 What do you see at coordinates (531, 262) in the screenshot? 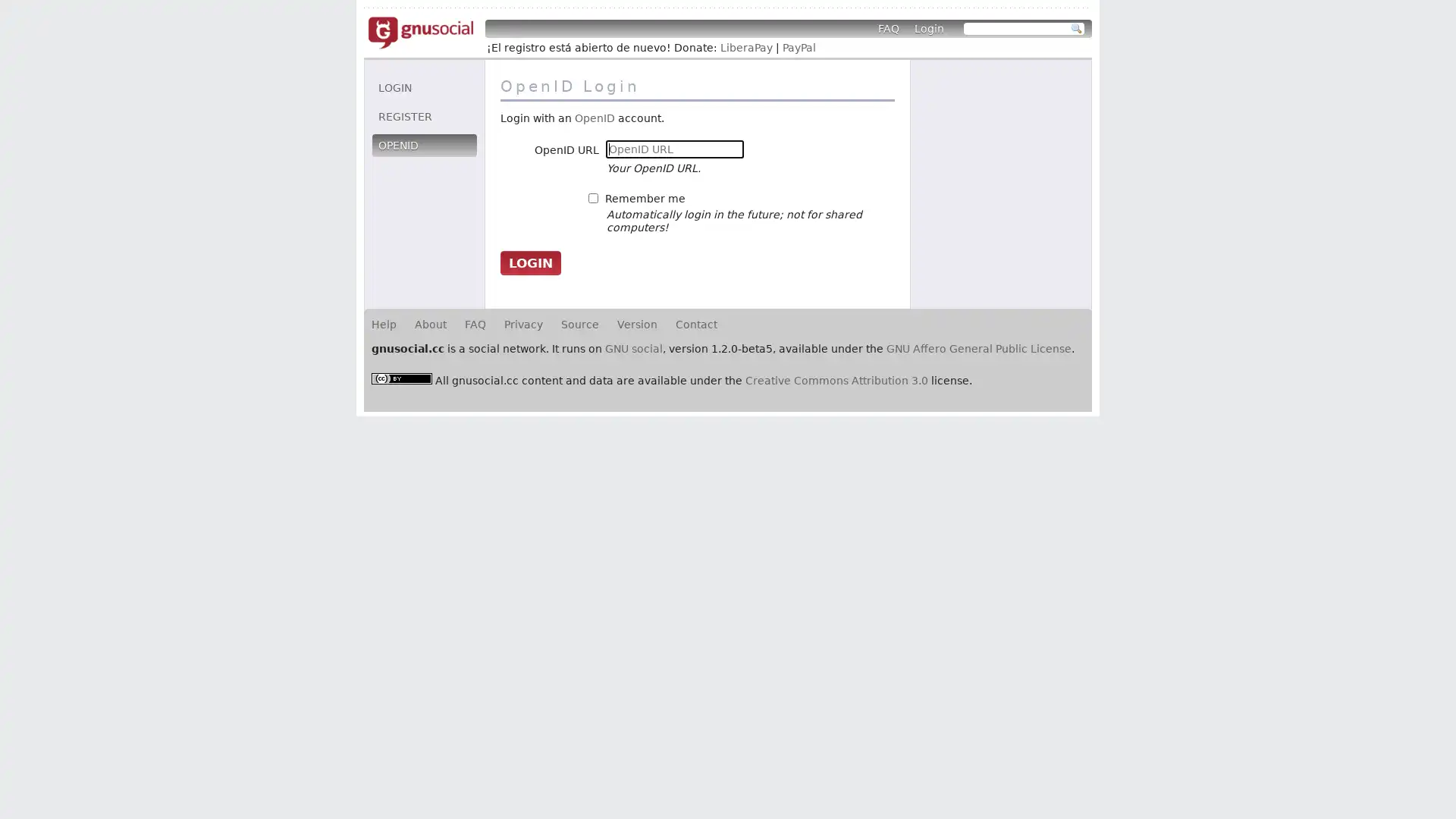
I see `Login` at bounding box center [531, 262].